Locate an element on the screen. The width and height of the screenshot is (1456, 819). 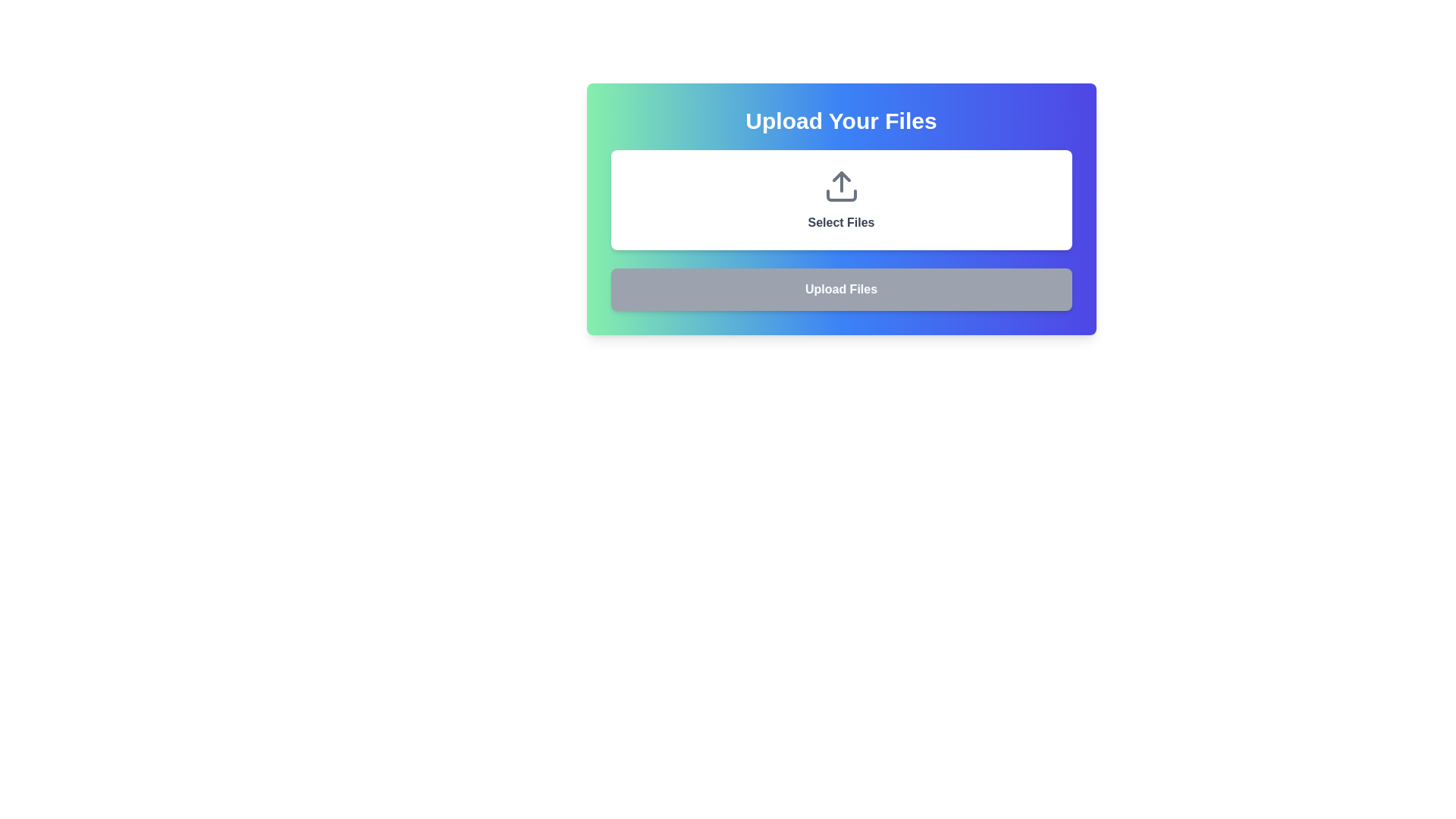
the File selection prompt which consists of an upload icon and a text label saying 'Select Files' is located at coordinates (840, 199).